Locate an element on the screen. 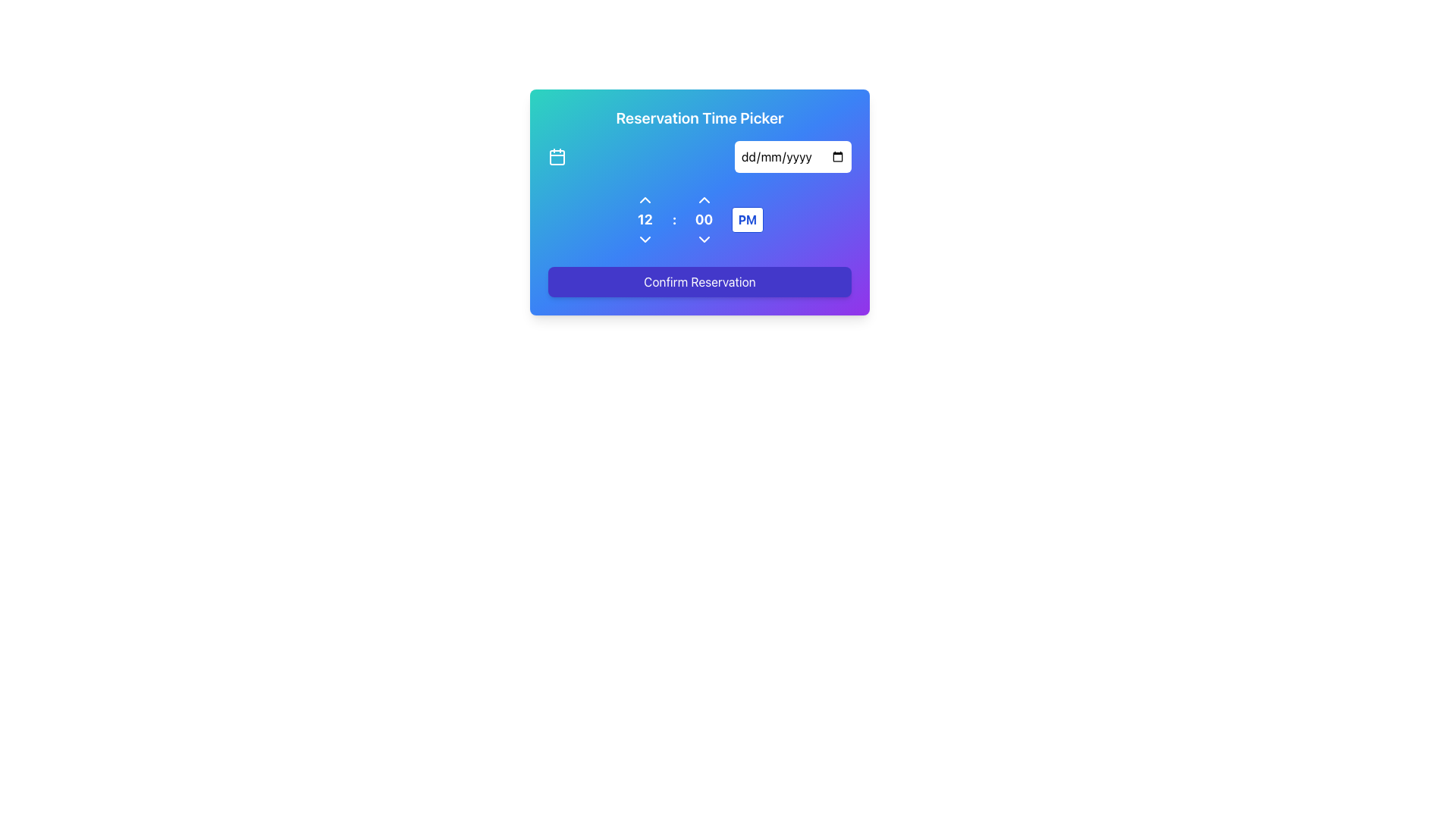 This screenshot has height=819, width=1456. the decorative graphical component that is part of the calendar icon, specifically the rectangular body with rounded corners located near the top left corner of the reservation-related interface is located at coordinates (556, 158).